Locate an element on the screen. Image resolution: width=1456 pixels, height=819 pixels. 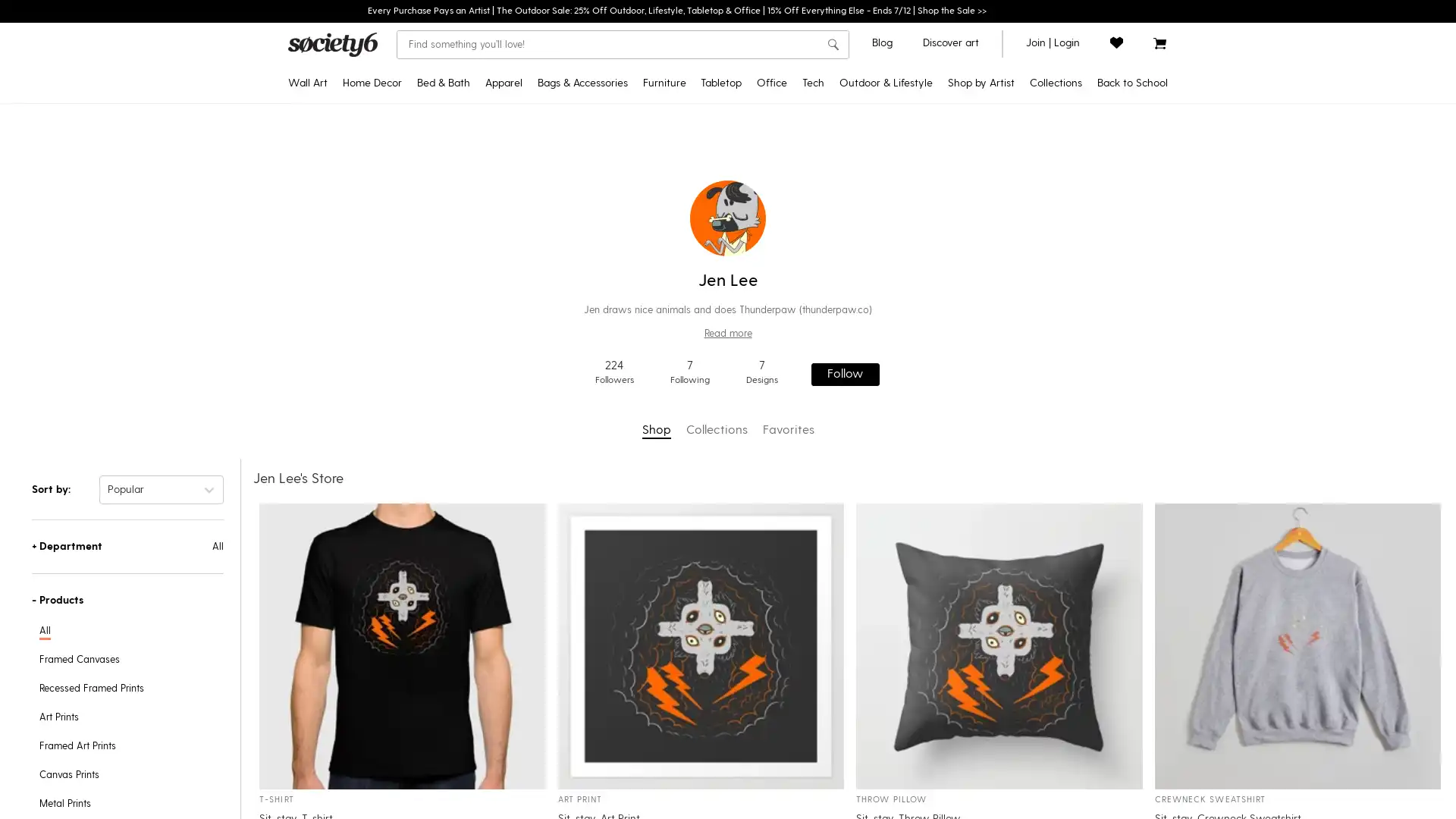
DIY Bedding Kits is located at coordinates (1090, 146).